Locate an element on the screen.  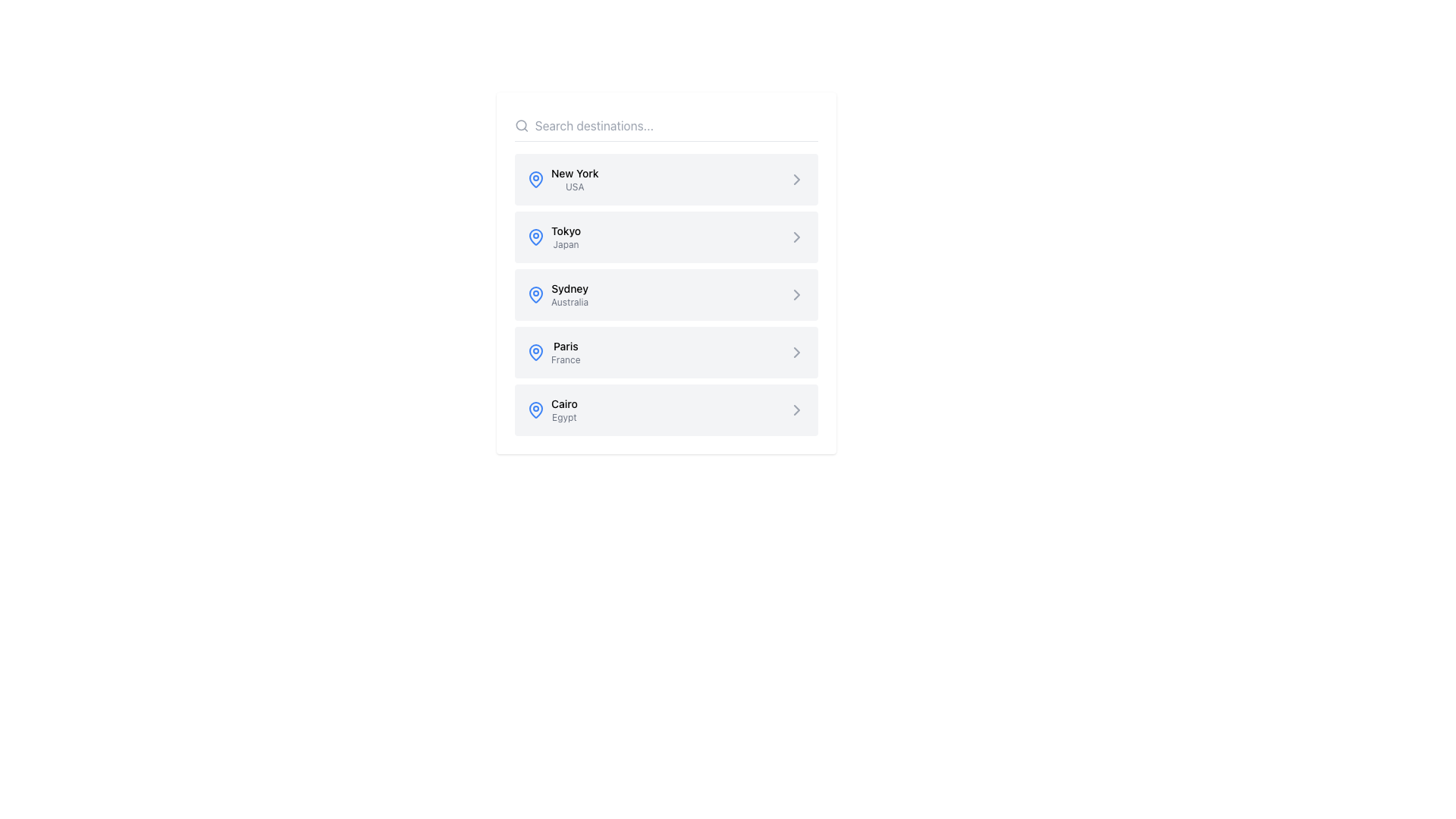
the text item for 'Paris, France' in the list of destinations is located at coordinates (553, 353).